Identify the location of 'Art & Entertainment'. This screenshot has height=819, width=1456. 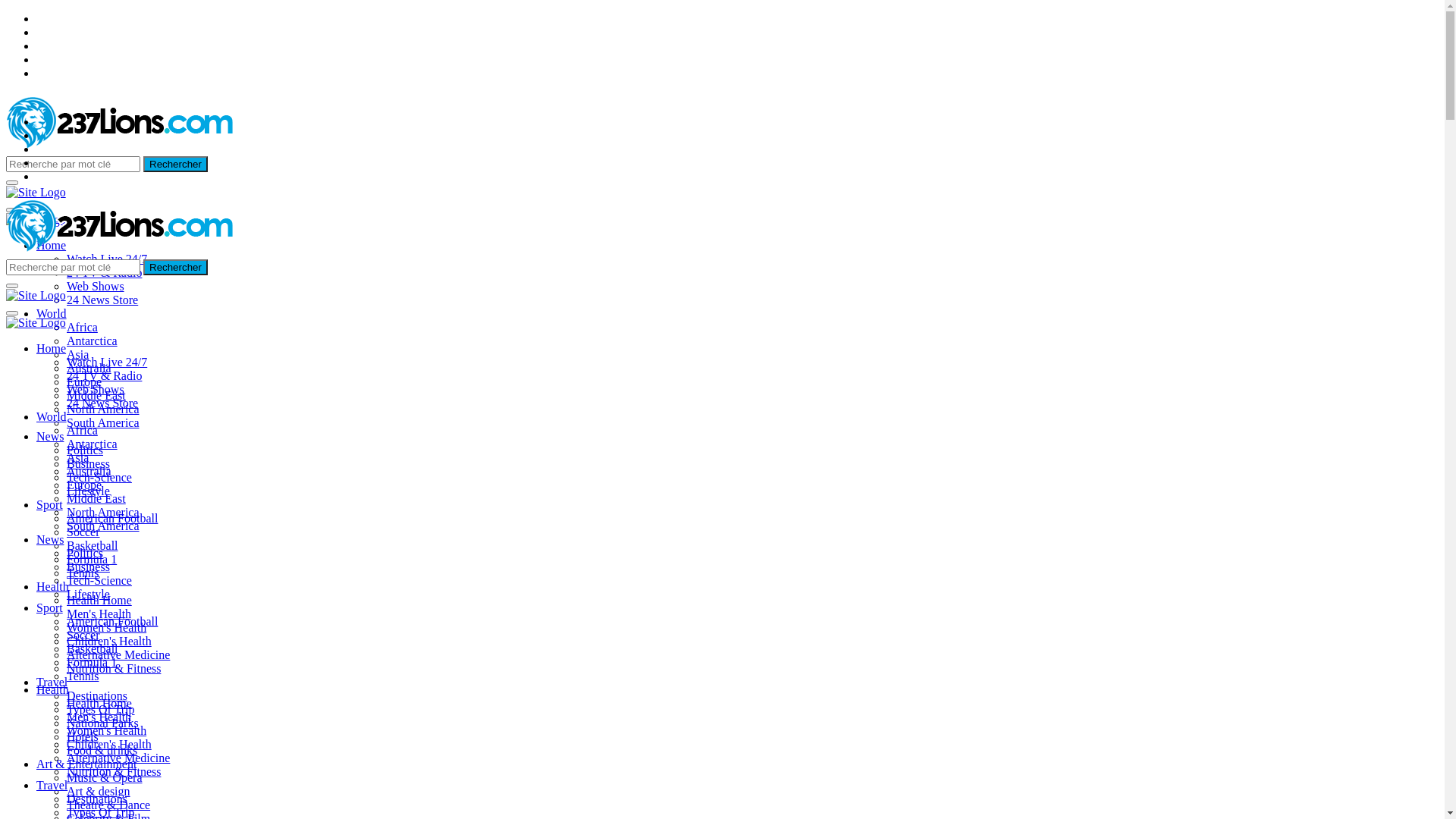
(86, 764).